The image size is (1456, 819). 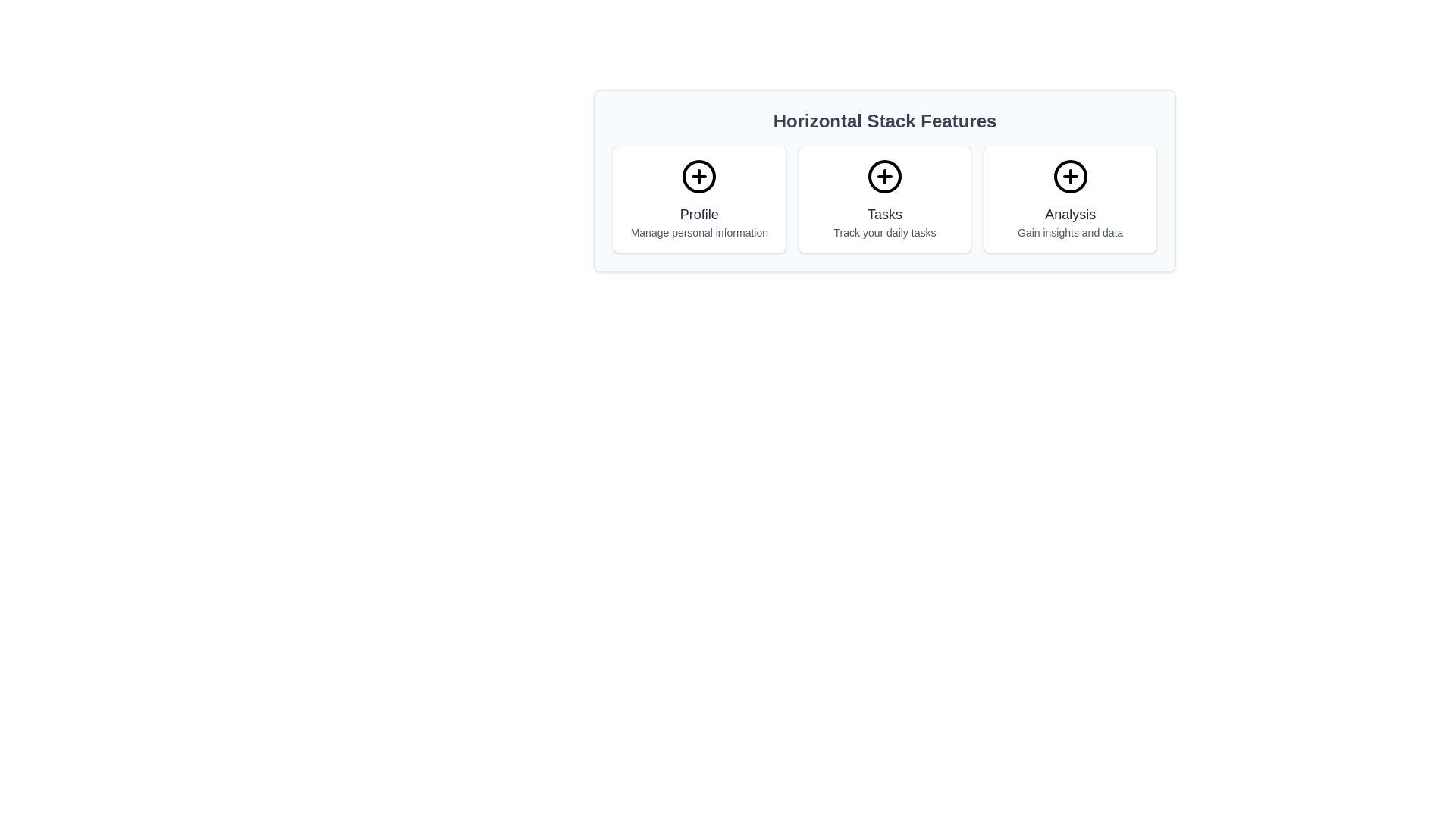 What do you see at coordinates (1069, 175) in the screenshot?
I see `the circular icon with a black outline and a centered '+' sign, which is part of the 'Analysis' group in the rightmost card of the horizontally aligned group of three cards` at bounding box center [1069, 175].